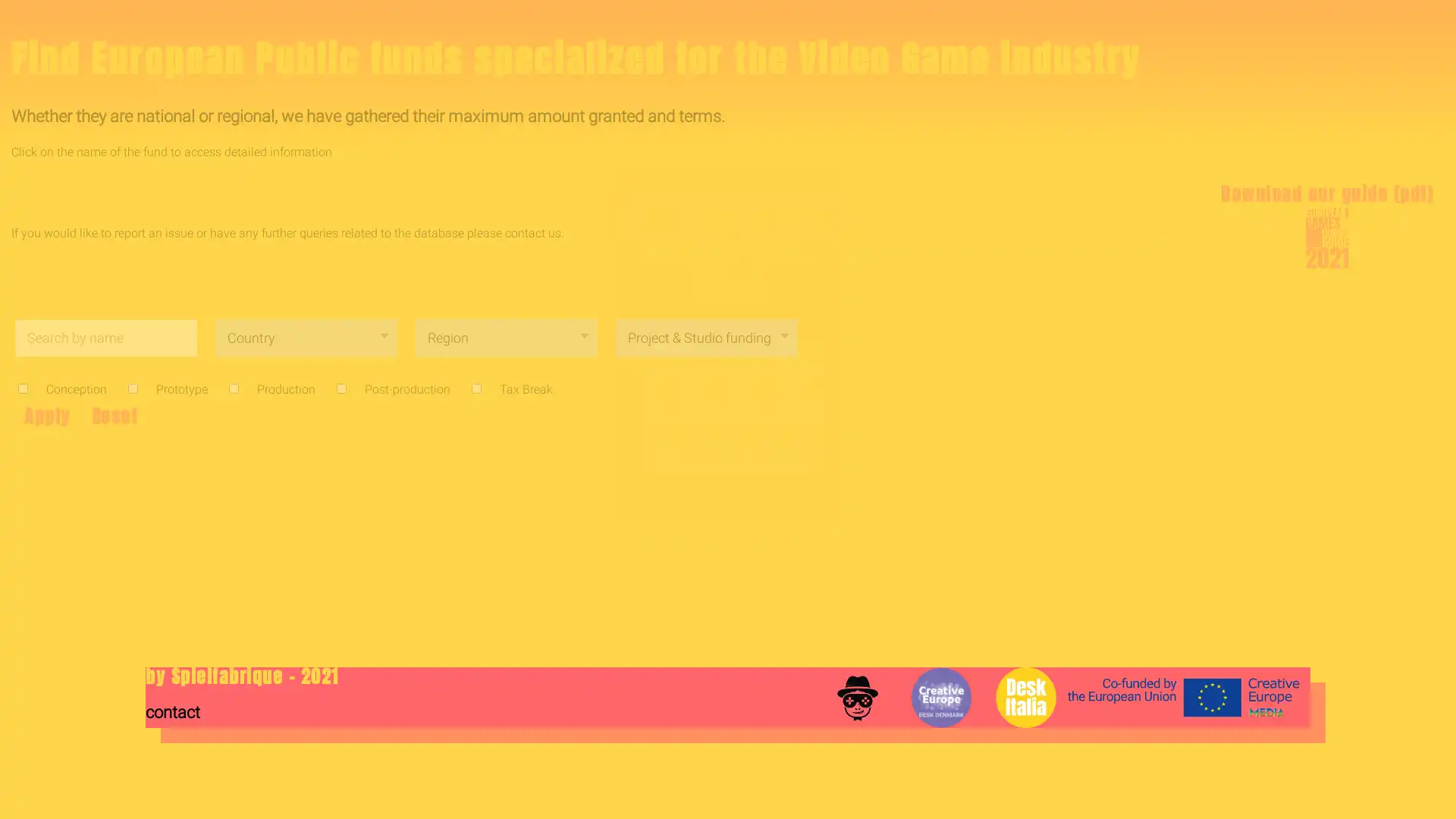 Image resolution: width=1456 pixels, height=819 pixels. I want to click on Apply, so click(47, 416).